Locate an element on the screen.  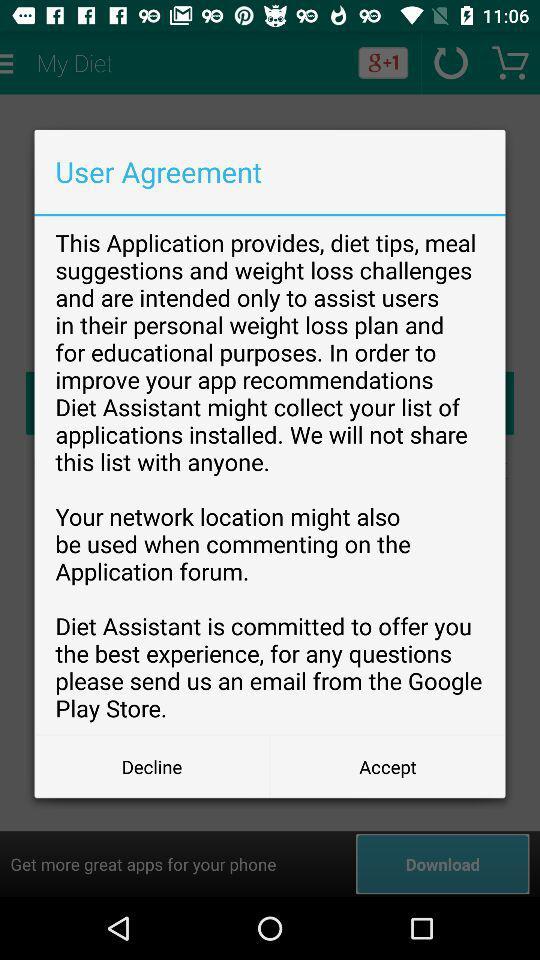
icon to the left of accept button is located at coordinates (151, 765).